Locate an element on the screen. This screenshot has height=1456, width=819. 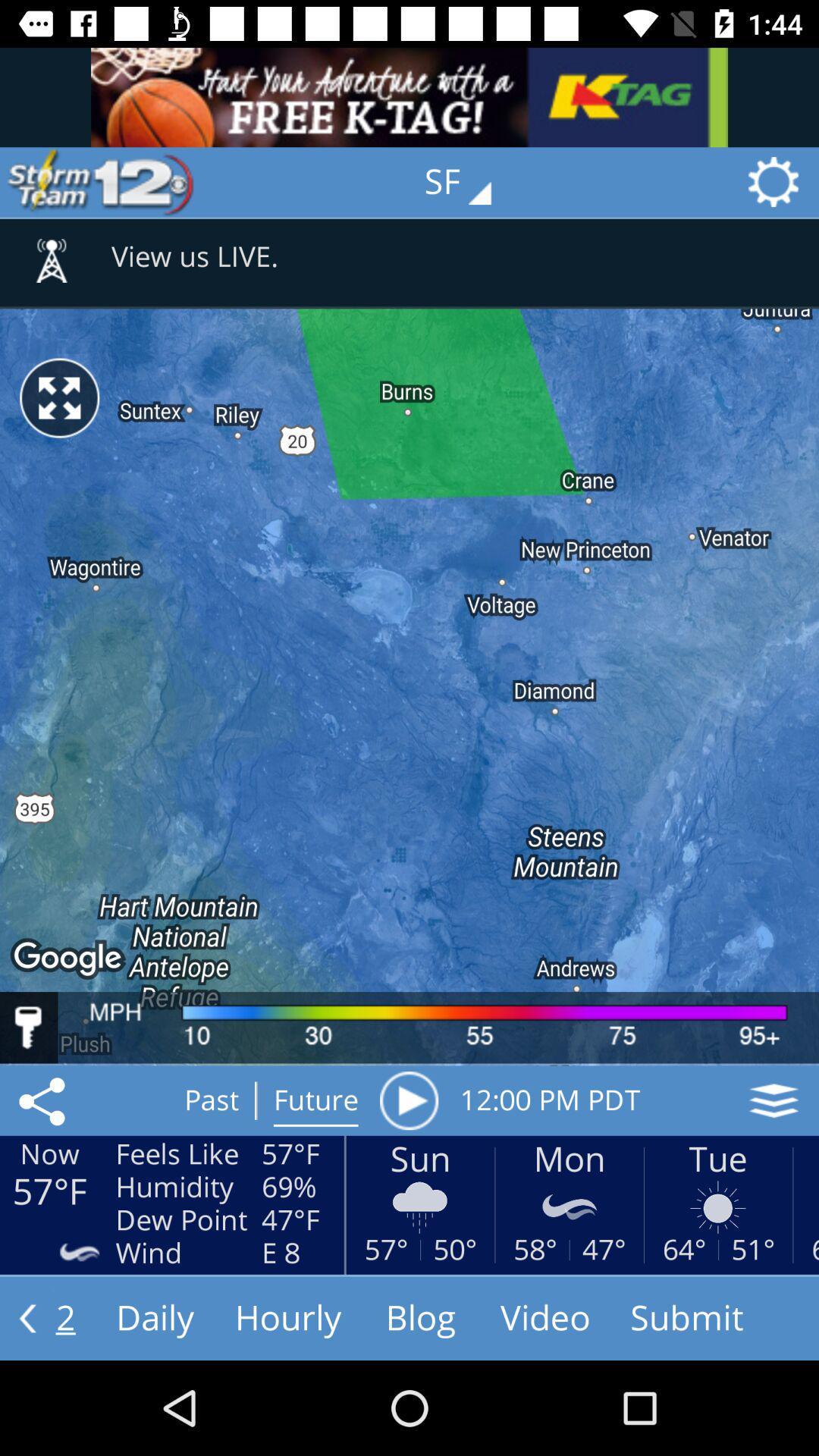
the icon next to future icon is located at coordinates (408, 1100).